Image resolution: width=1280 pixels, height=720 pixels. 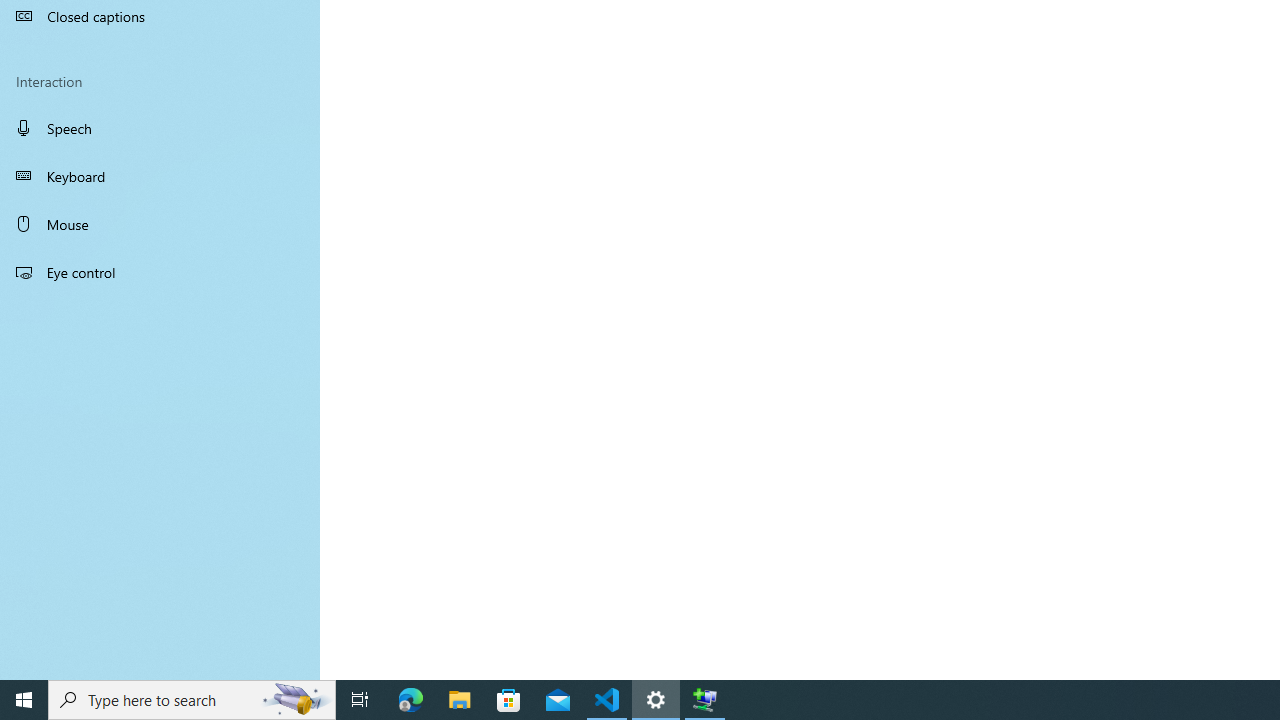 What do you see at coordinates (606, 698) in the screenshot?
I see `'Visual Studio Code - 1 running window'` at bounding box center [606, 698].